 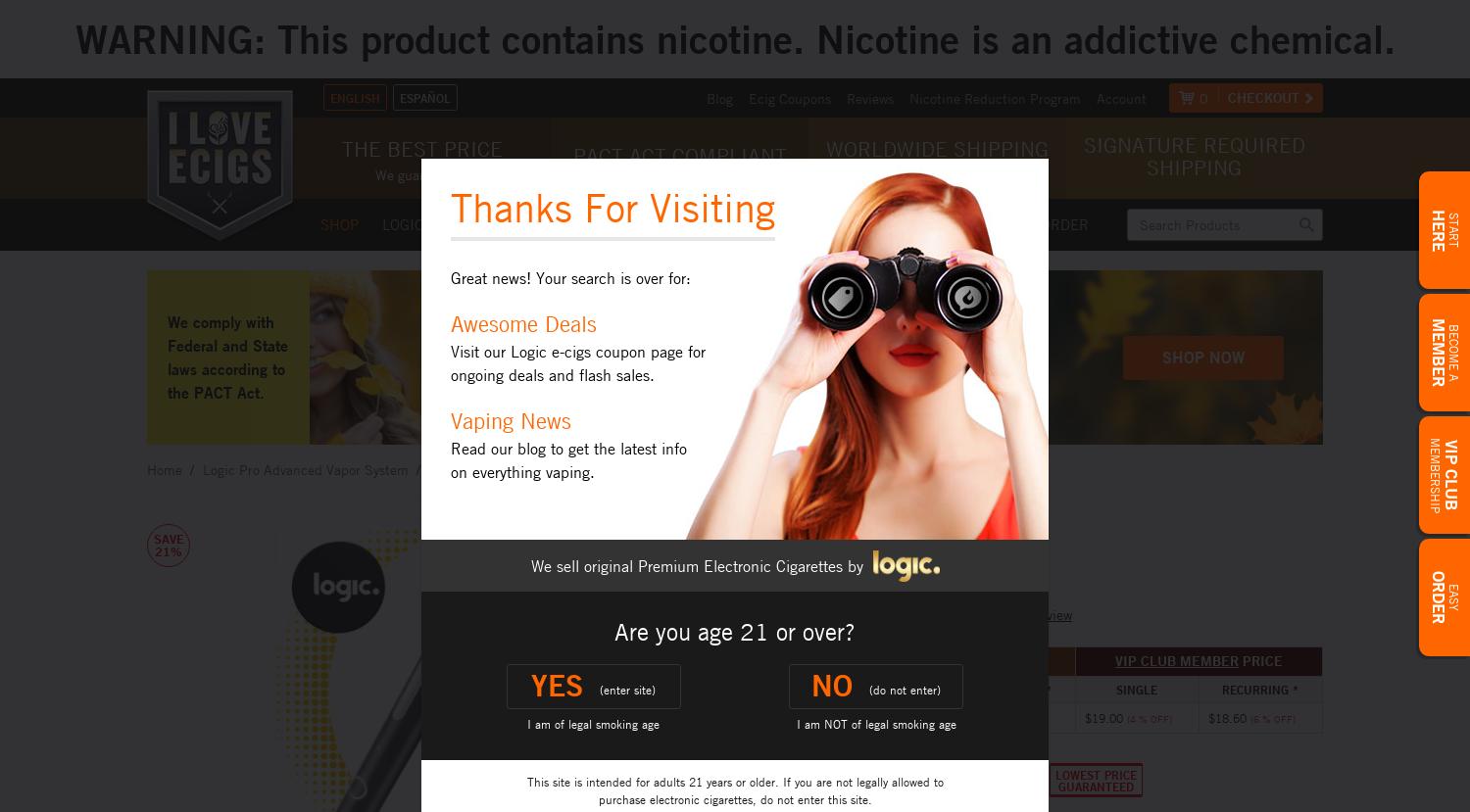 I want to click on 'Enjoy 1% off', so click(x=608, y=310).